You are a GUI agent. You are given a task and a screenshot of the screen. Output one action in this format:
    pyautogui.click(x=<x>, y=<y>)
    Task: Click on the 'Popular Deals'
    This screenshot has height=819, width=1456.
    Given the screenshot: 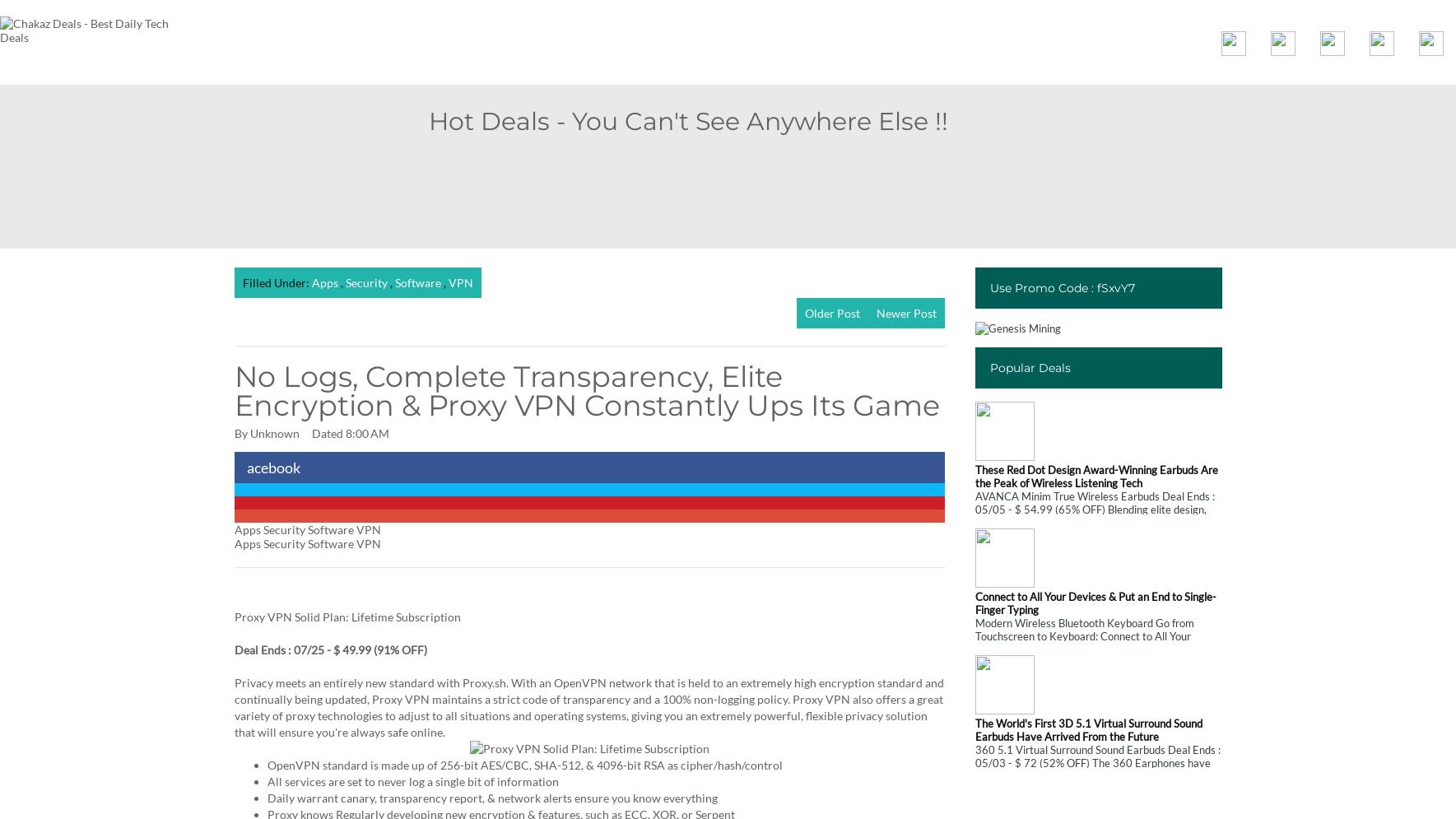 What is the action you would take?
    pyautogui.click(x=1030, y=366)
    